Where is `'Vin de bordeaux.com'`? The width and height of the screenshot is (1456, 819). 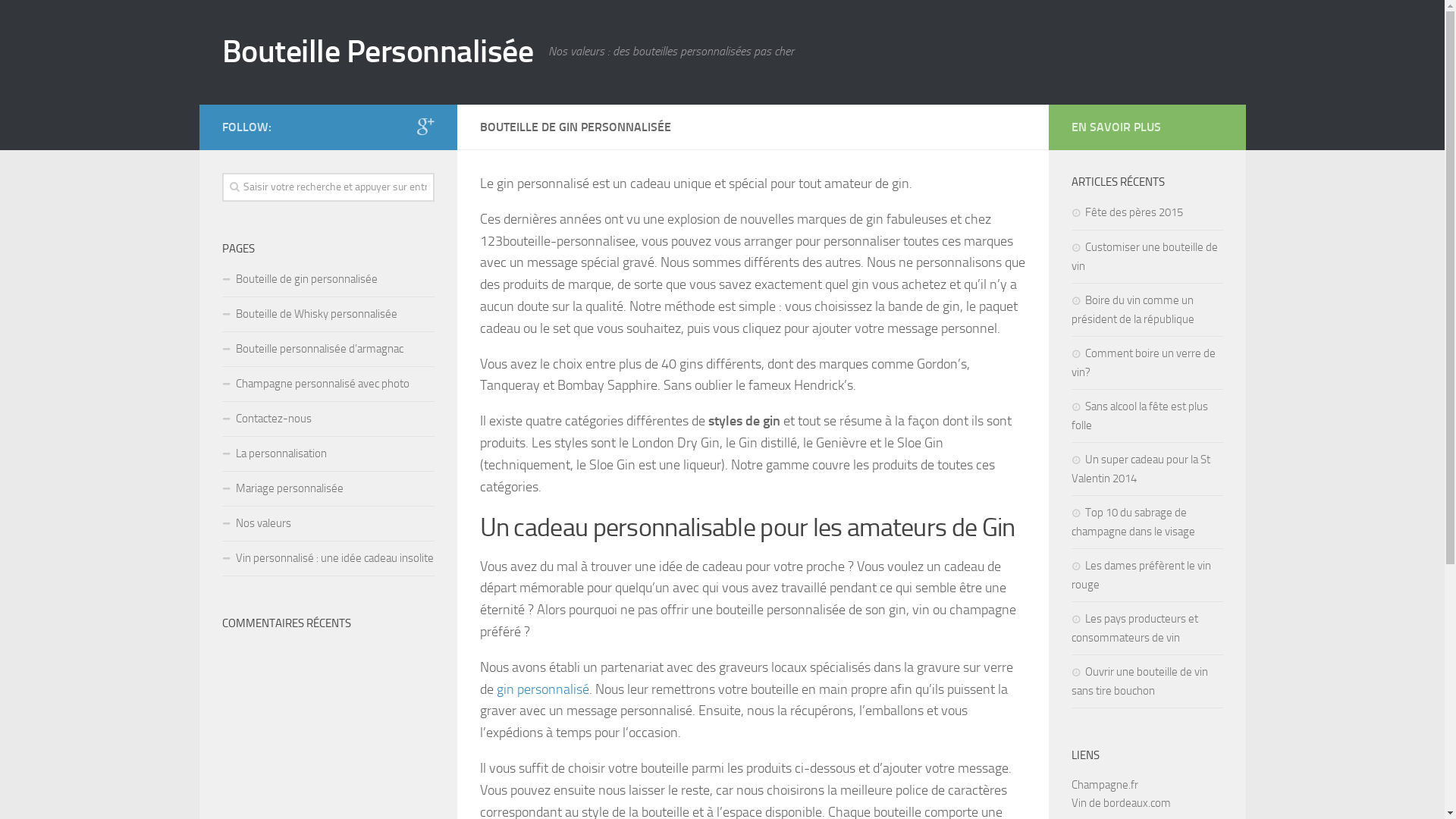 'Vin de bordeaux.com' is located at coordinates (1069, 802).